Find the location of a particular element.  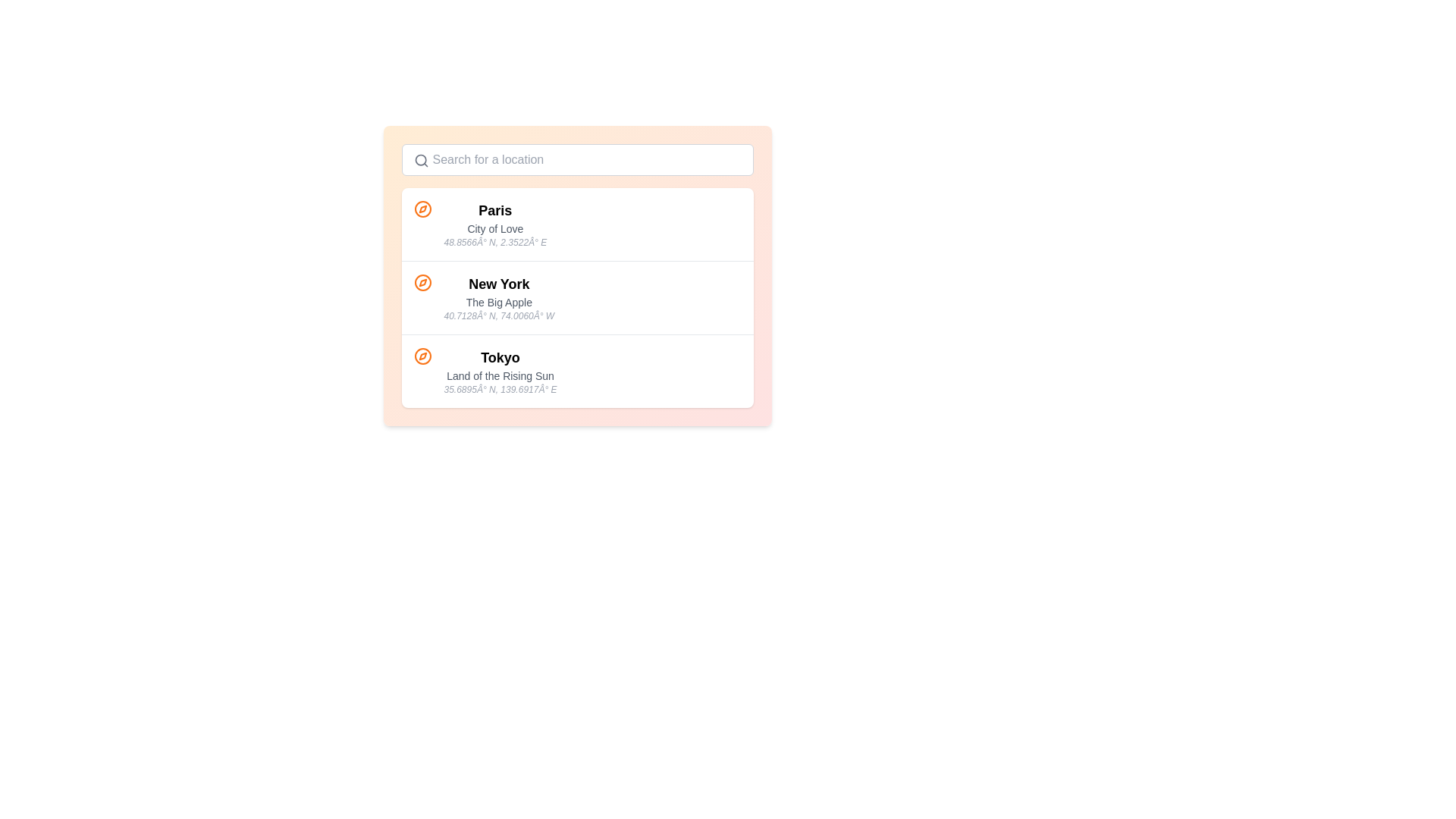

the decorative icon representing the city 'Paris', which is the first icon in a vertical list of city names and descriptions, located to the left of the text 'Paris' is located at coordinates (422, 209).